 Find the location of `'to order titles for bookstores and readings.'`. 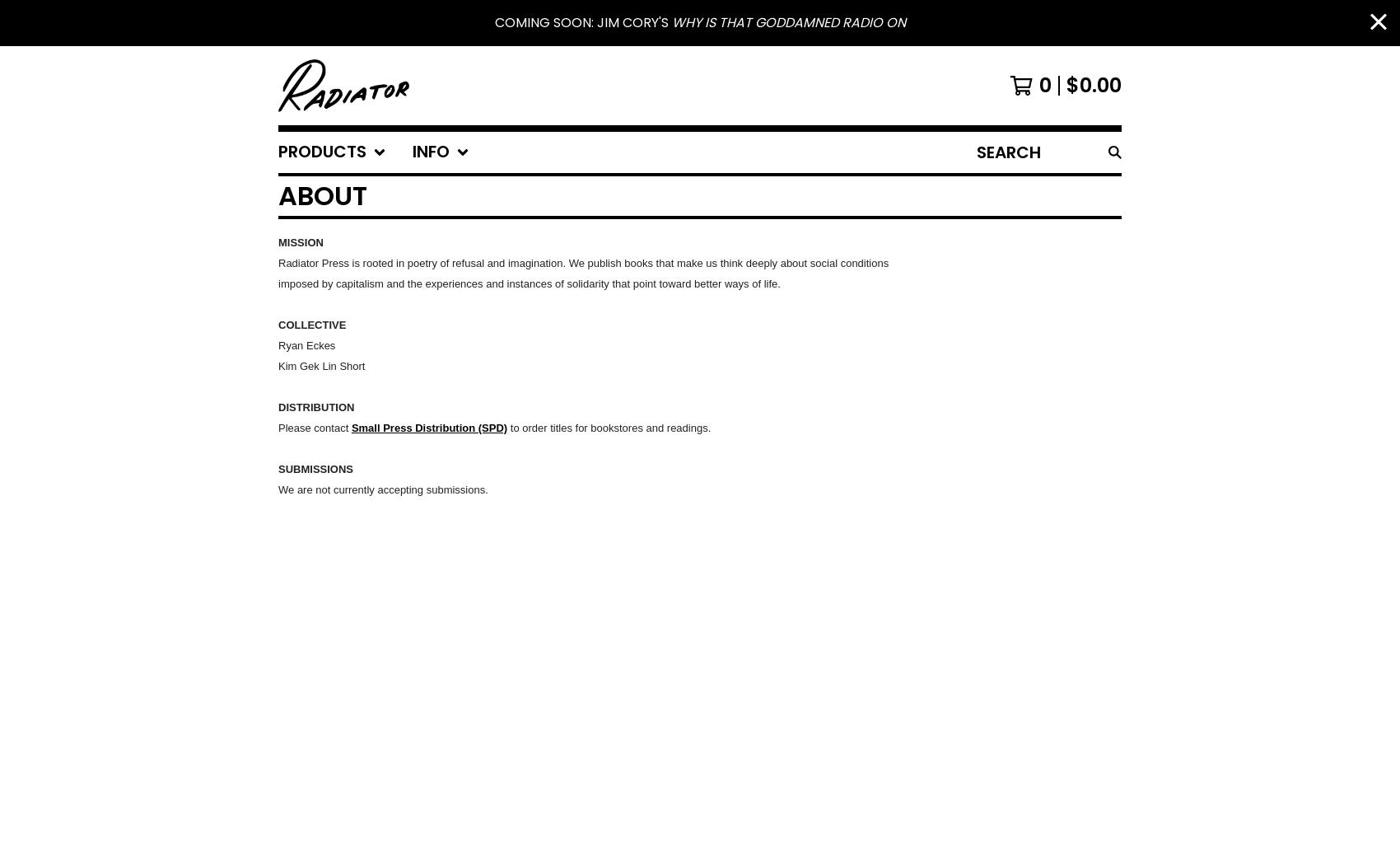

'to order titles for bookstores and readings.' is located at coordinates (609, 428).